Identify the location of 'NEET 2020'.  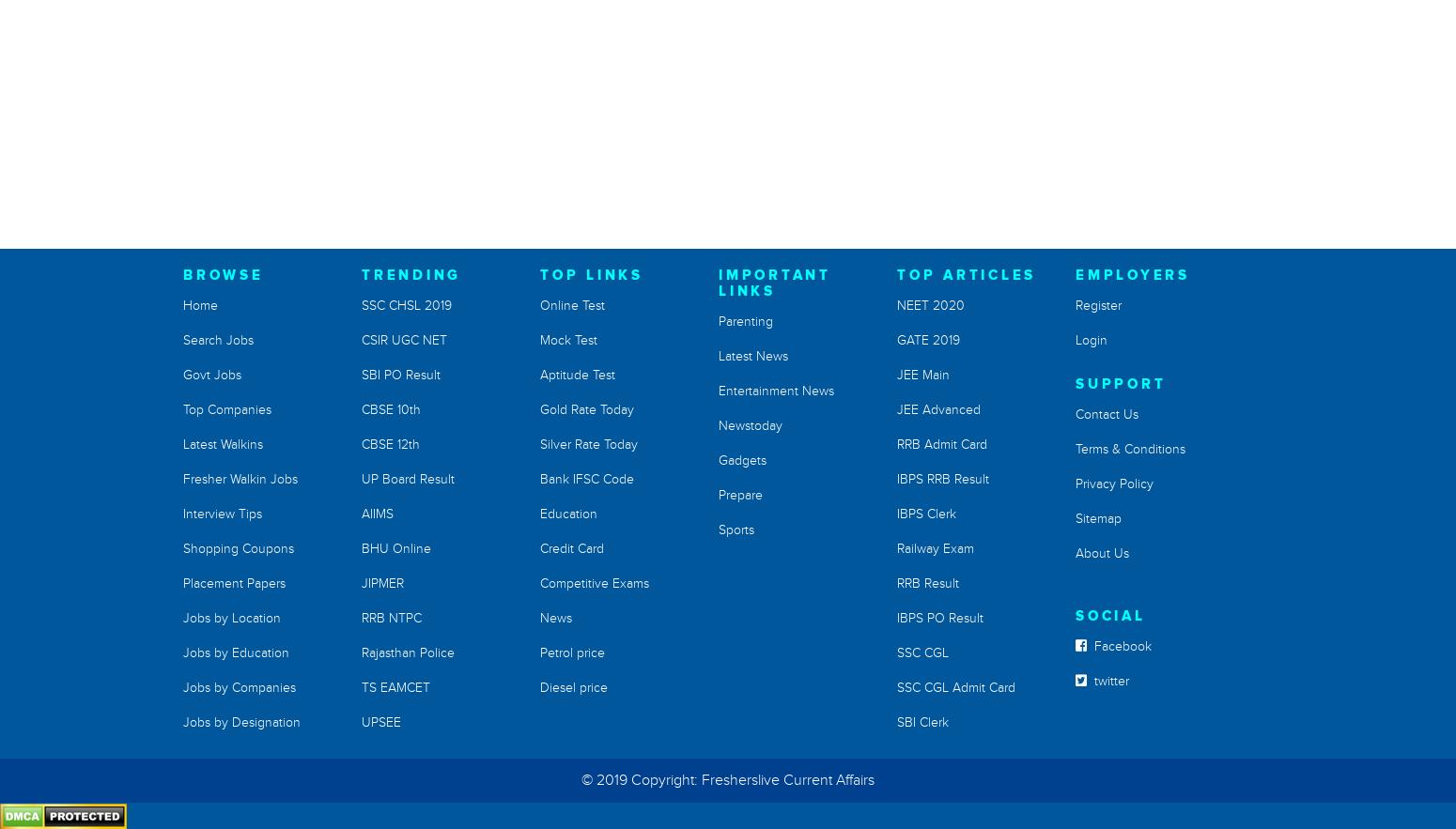
(930, 304).